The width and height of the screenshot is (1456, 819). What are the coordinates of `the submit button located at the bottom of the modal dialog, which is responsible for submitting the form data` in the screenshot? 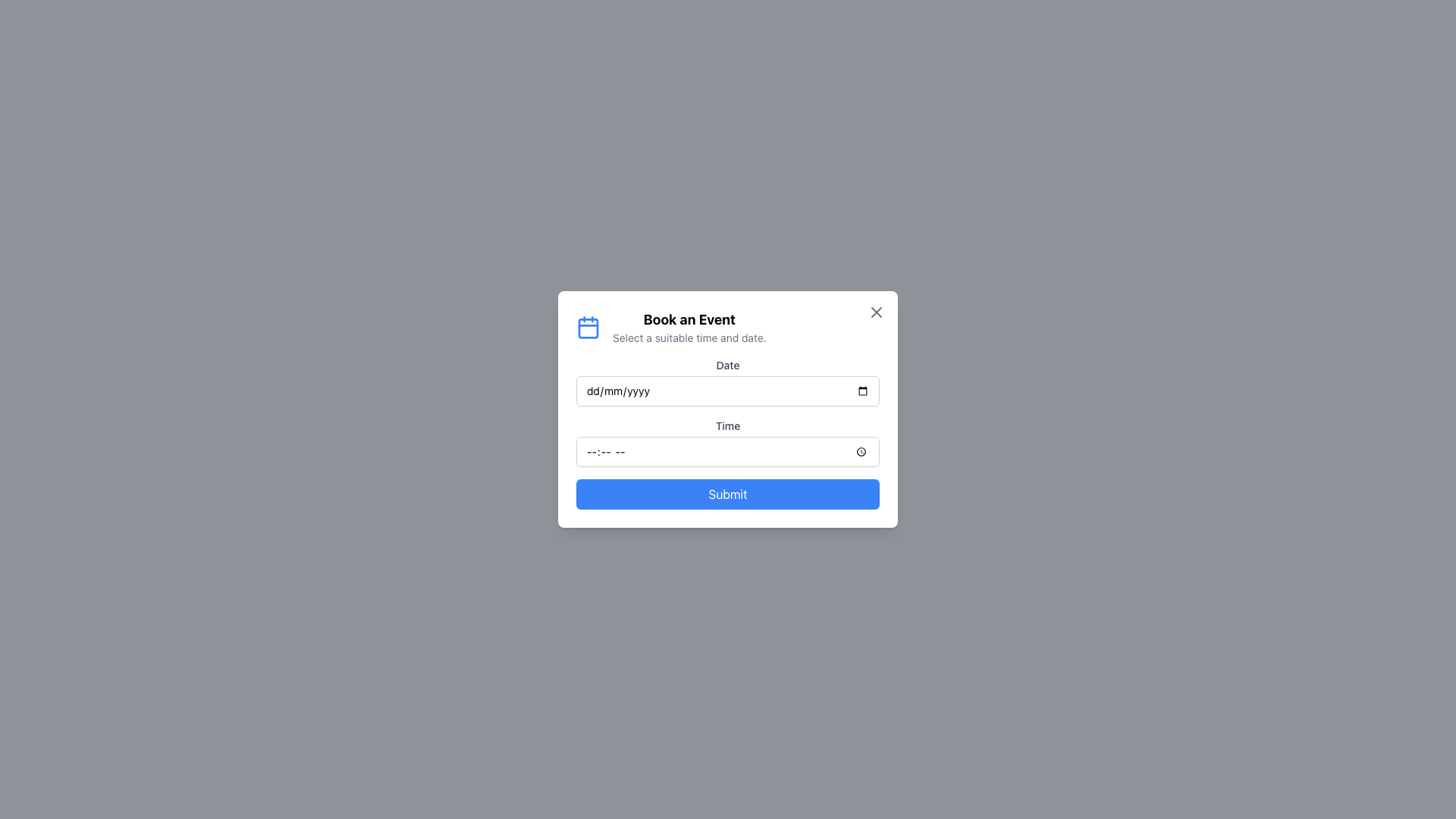 It's located at (728, 494).